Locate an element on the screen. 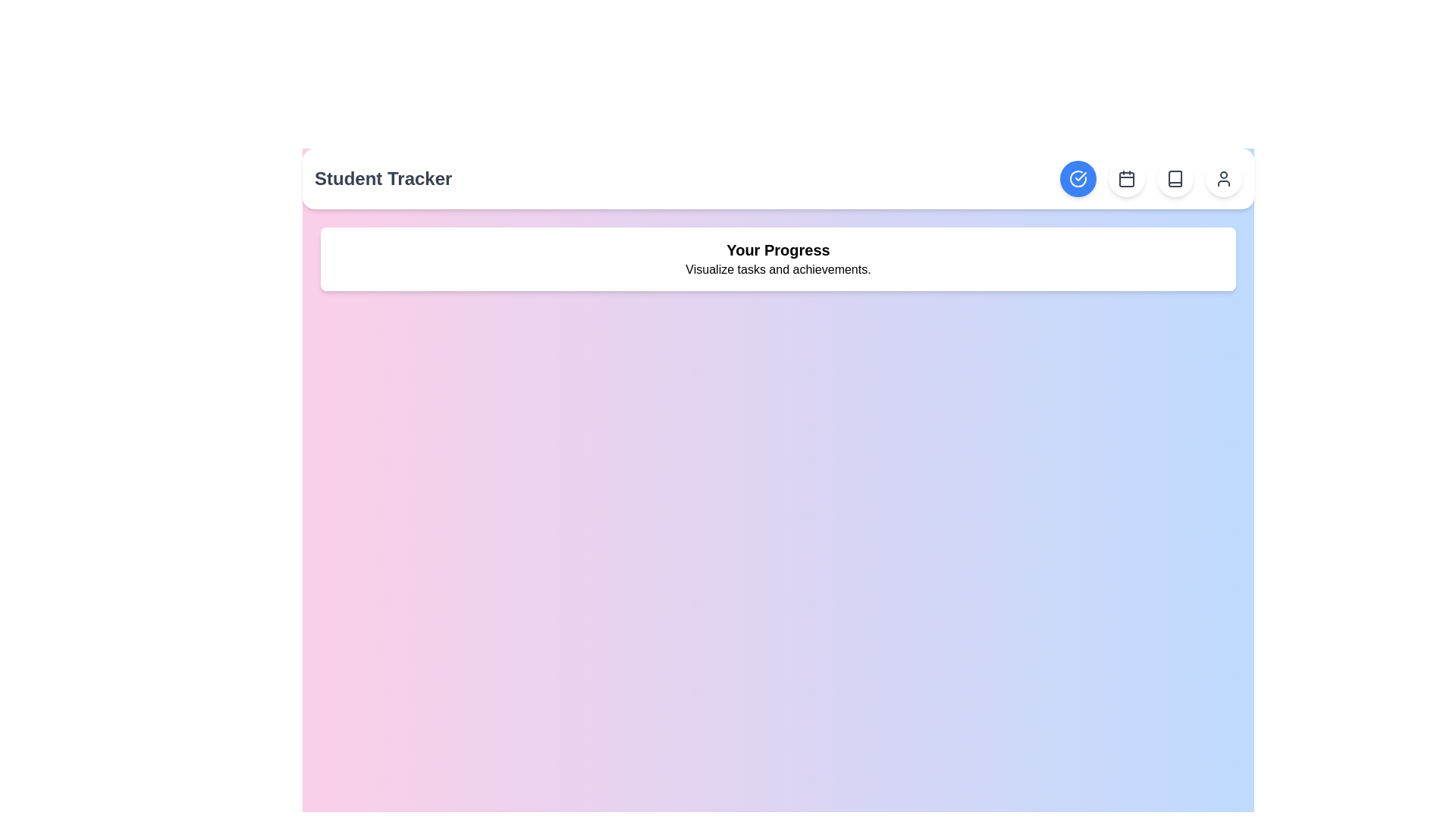 The height and width of the screenshot is (819, 1456). the button for managing book-related features located between a calendar icon button and a user icon button in the top-right corner of the layout is located at coordinates (1175, 177).